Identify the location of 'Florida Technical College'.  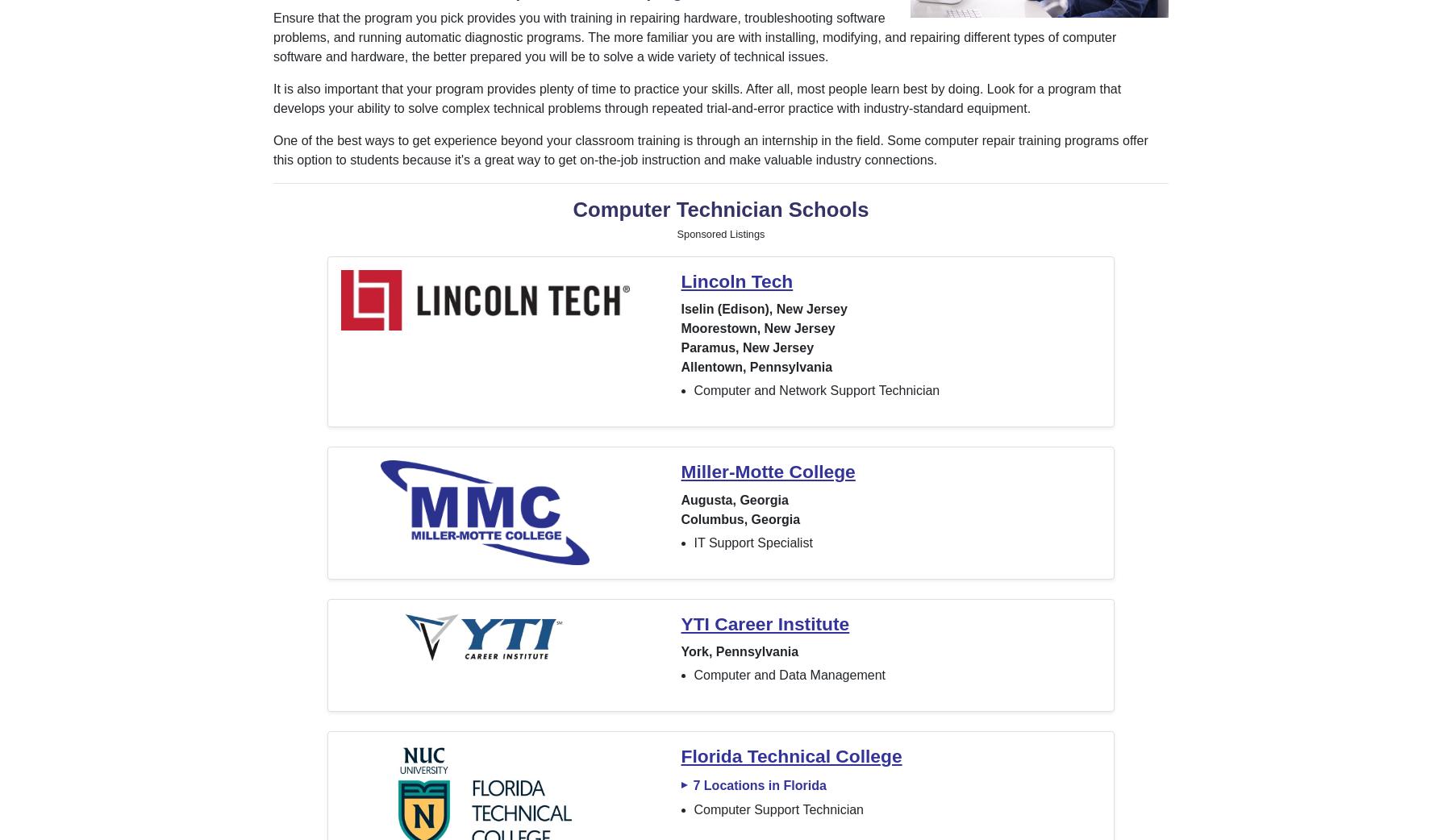
(791, 755).